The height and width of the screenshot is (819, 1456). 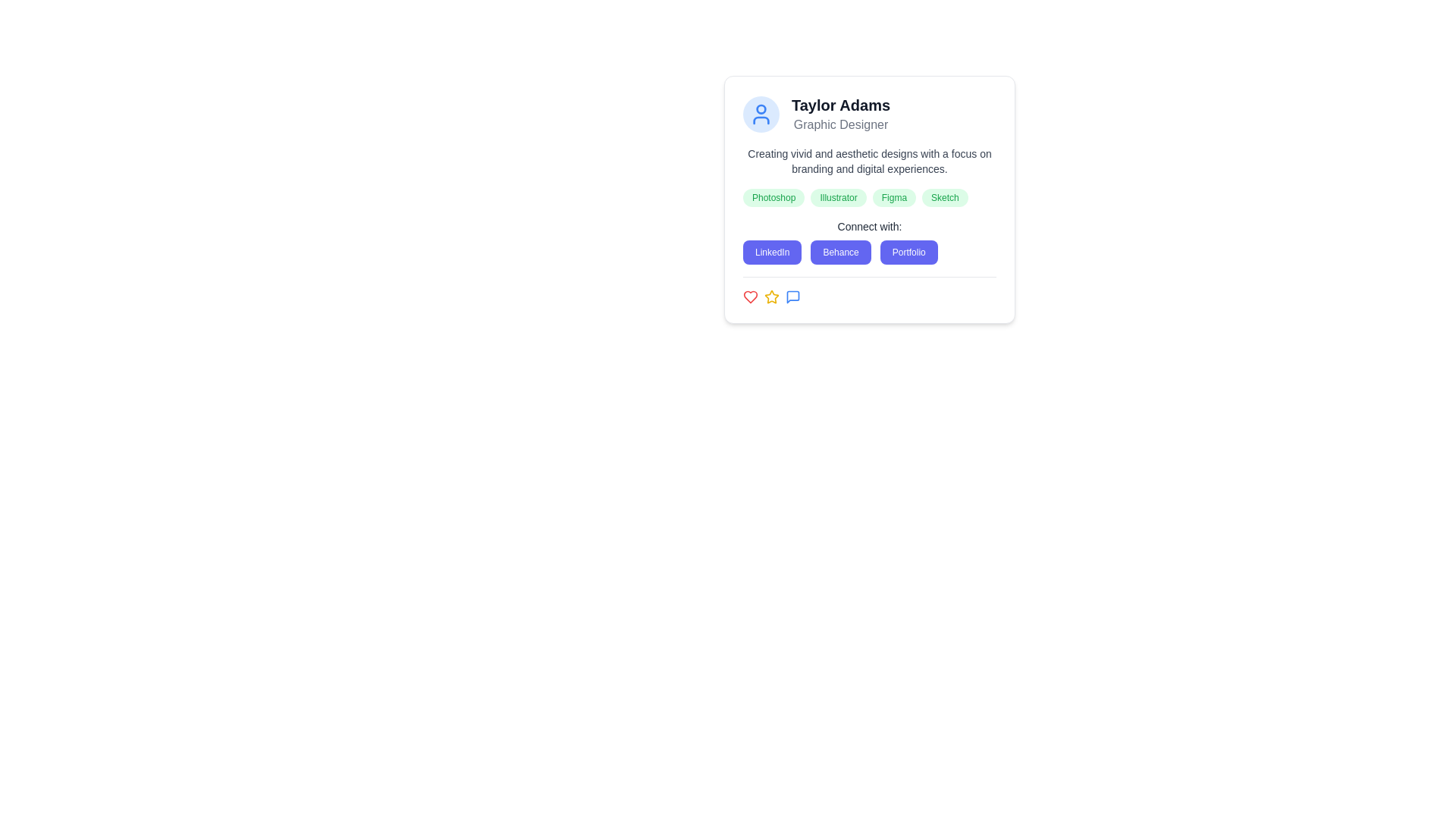 What do you see at coordinates (771, 297) in the screenshot?
I see `the star icon, which is the third item in a row of icons positioned to the right of a heart-shaped icon and to the left of a dialog box icon, located near the lower part of the card component` at bounding box center [771, 297].